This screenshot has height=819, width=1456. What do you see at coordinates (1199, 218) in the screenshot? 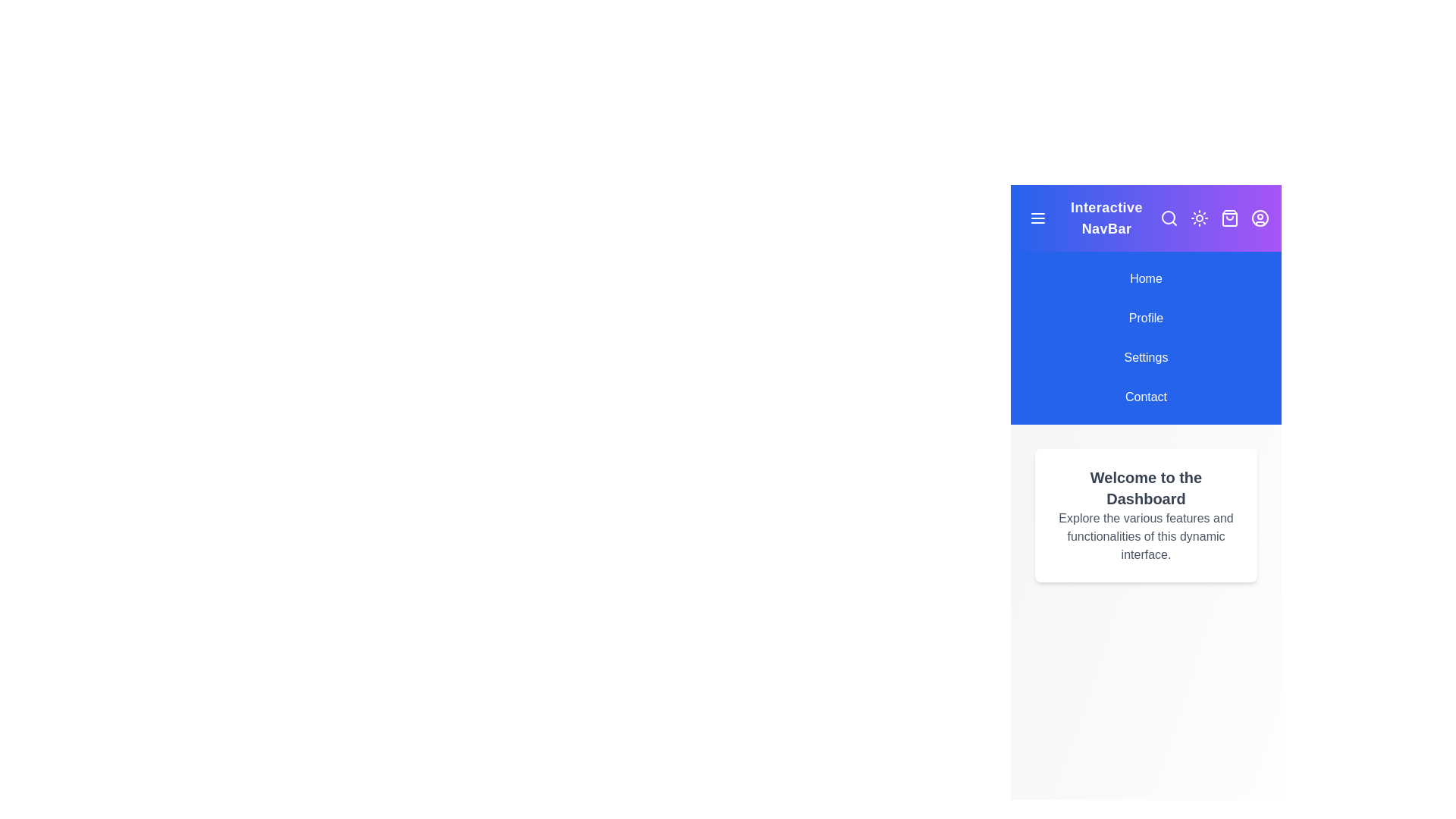
I see `the utility icon Sun` at bounding box center [1199, 218].